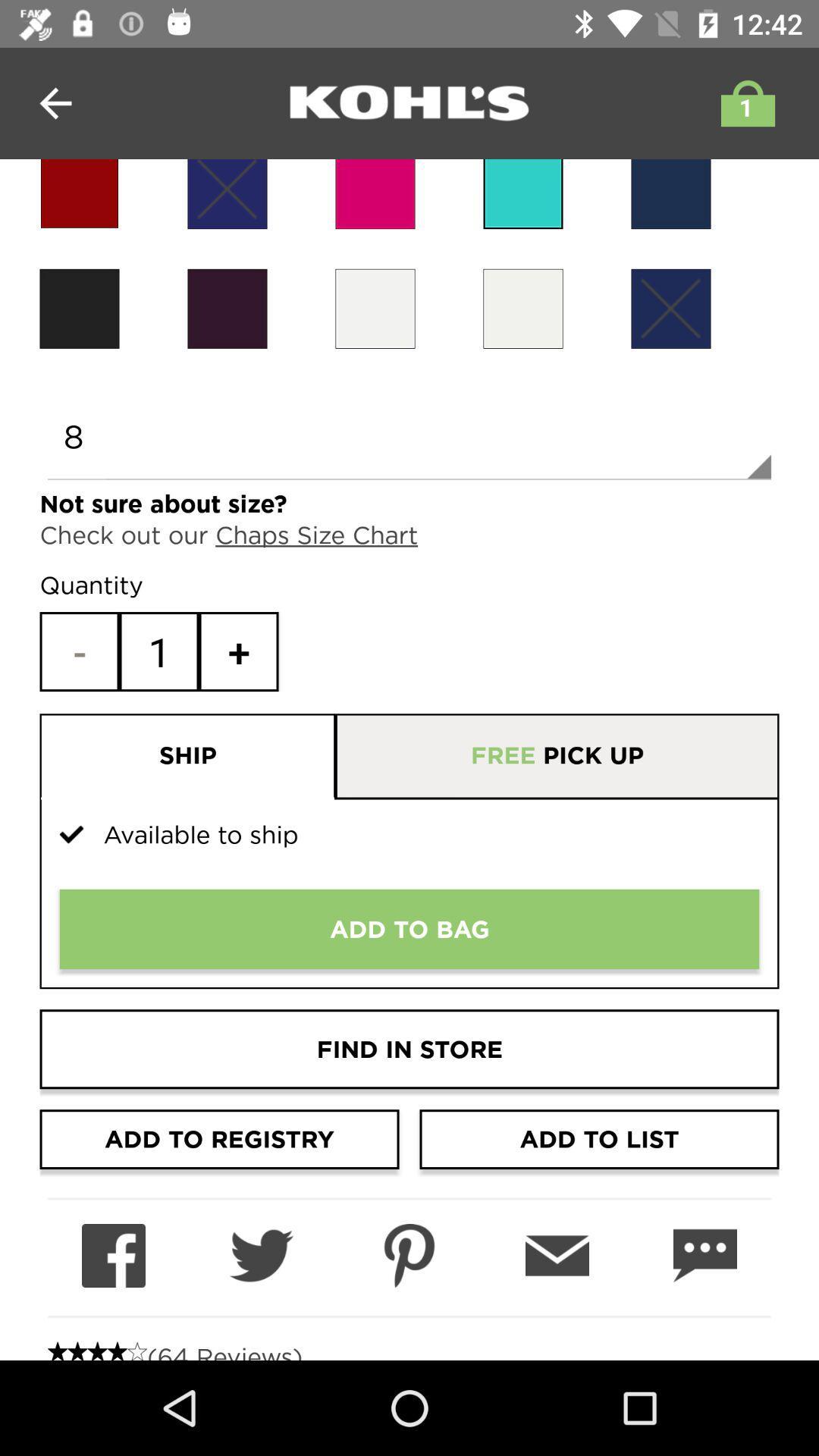 The width and height of the screenshot is (819, 1456). What do you see at coordinates (227, 193) in the screenshot?
I see `dark blue` at bounding box center [227, 193].